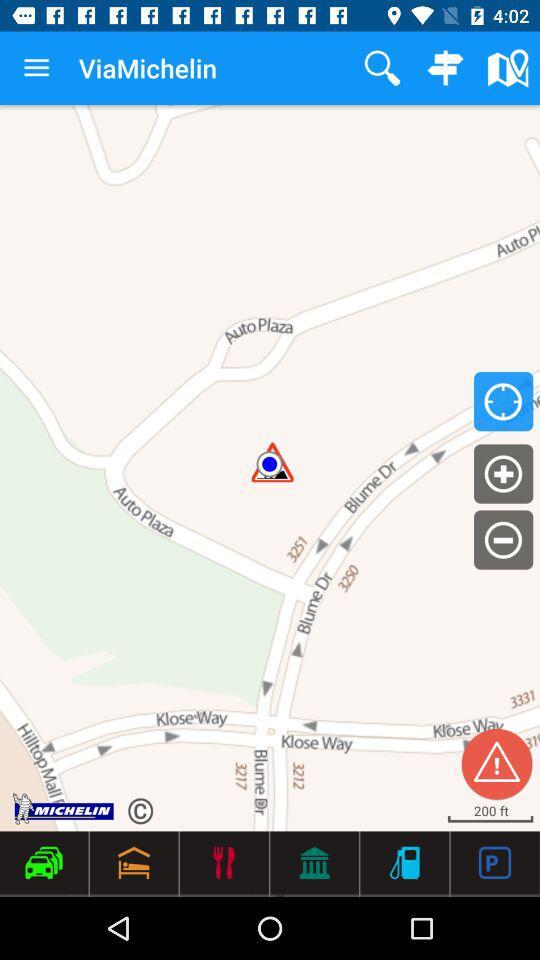  I want to click on the refresh icon, so click(139, 811).